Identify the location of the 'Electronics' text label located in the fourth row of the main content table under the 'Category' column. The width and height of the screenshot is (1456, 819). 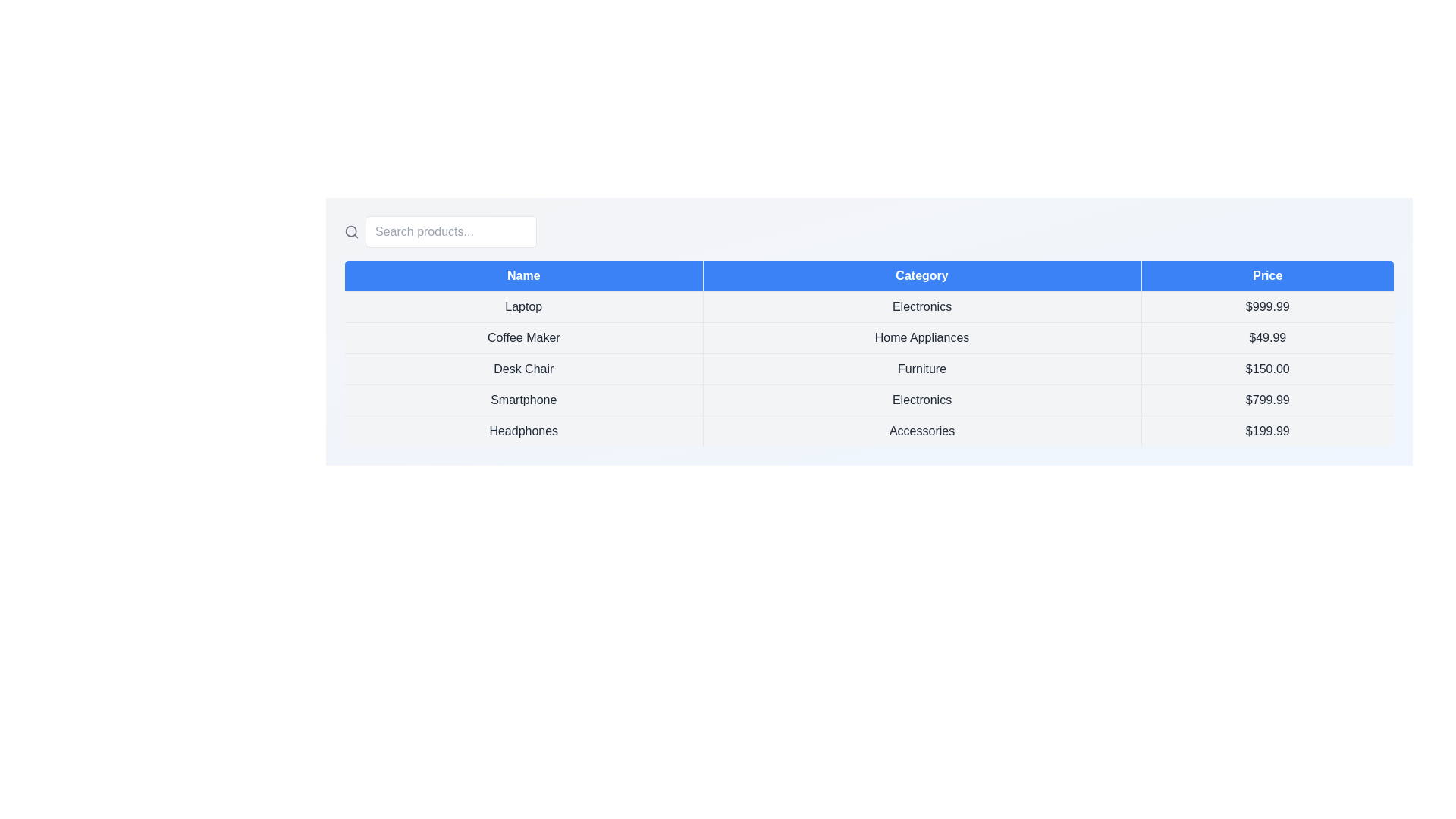
(921, 400).